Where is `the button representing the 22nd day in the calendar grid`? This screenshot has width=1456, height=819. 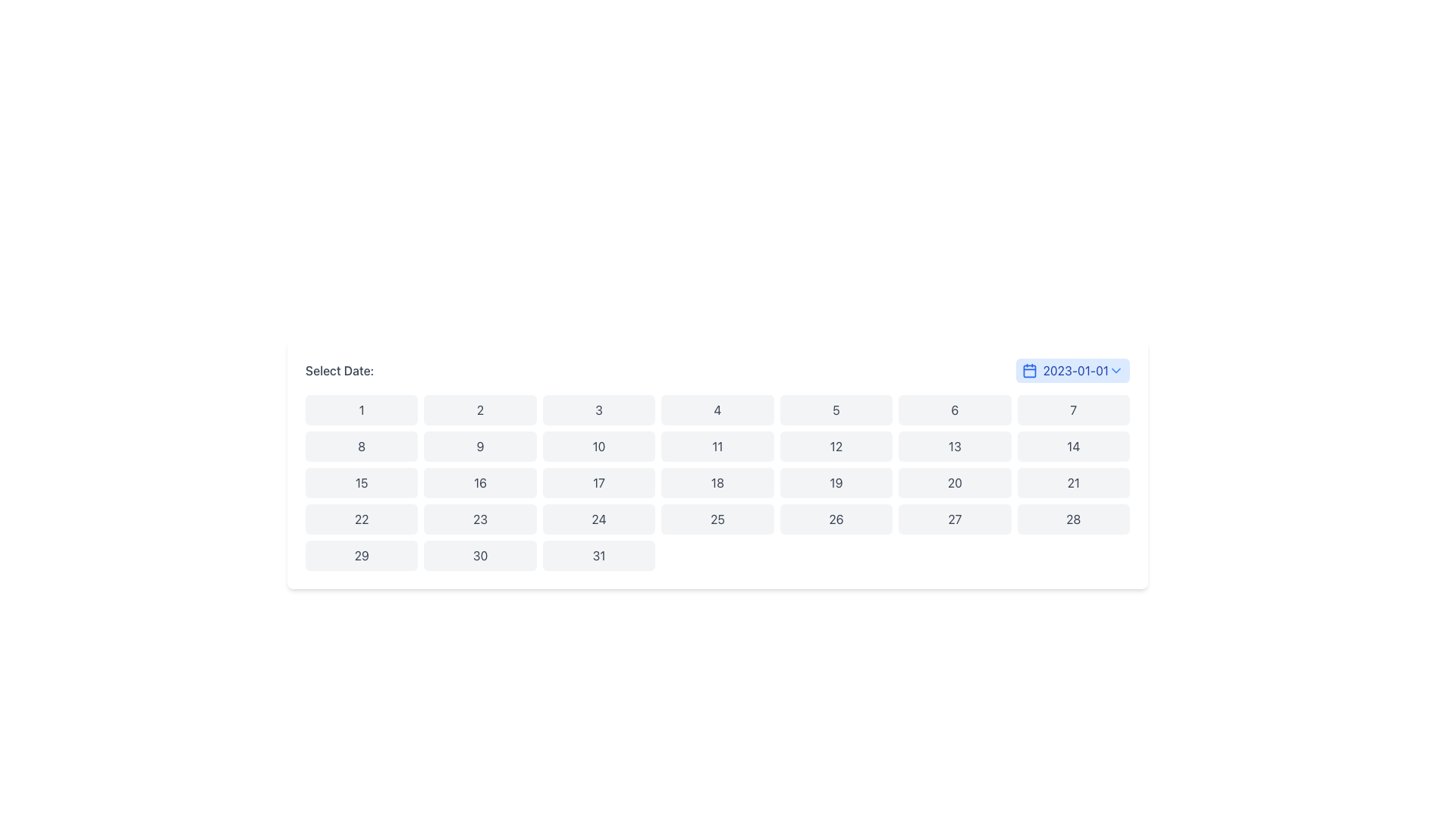 the button representing the 22nd day in the calendar grid is located at coordinates (361, 519).